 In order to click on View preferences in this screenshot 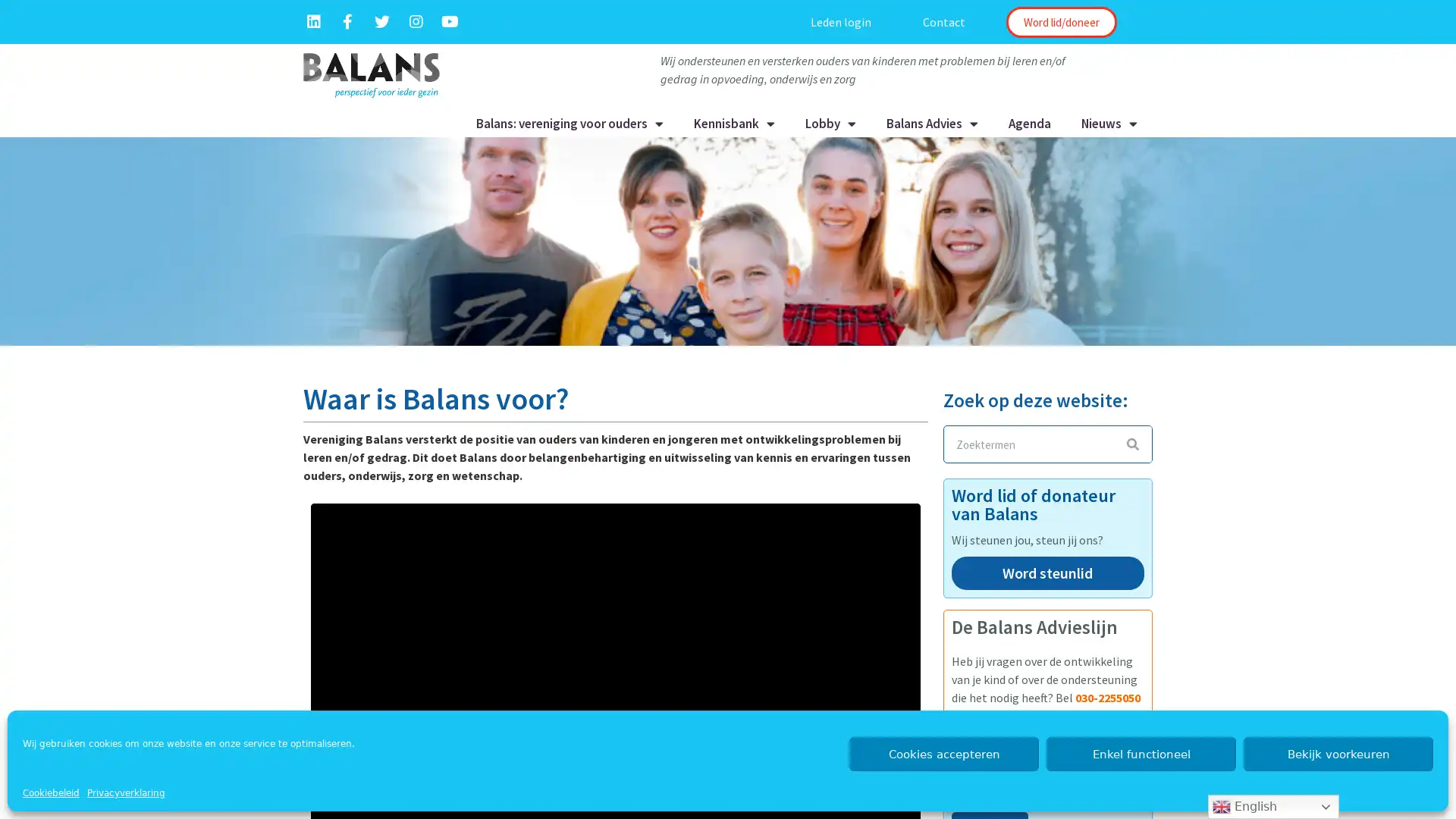, I will do `click(1338, 754)`.